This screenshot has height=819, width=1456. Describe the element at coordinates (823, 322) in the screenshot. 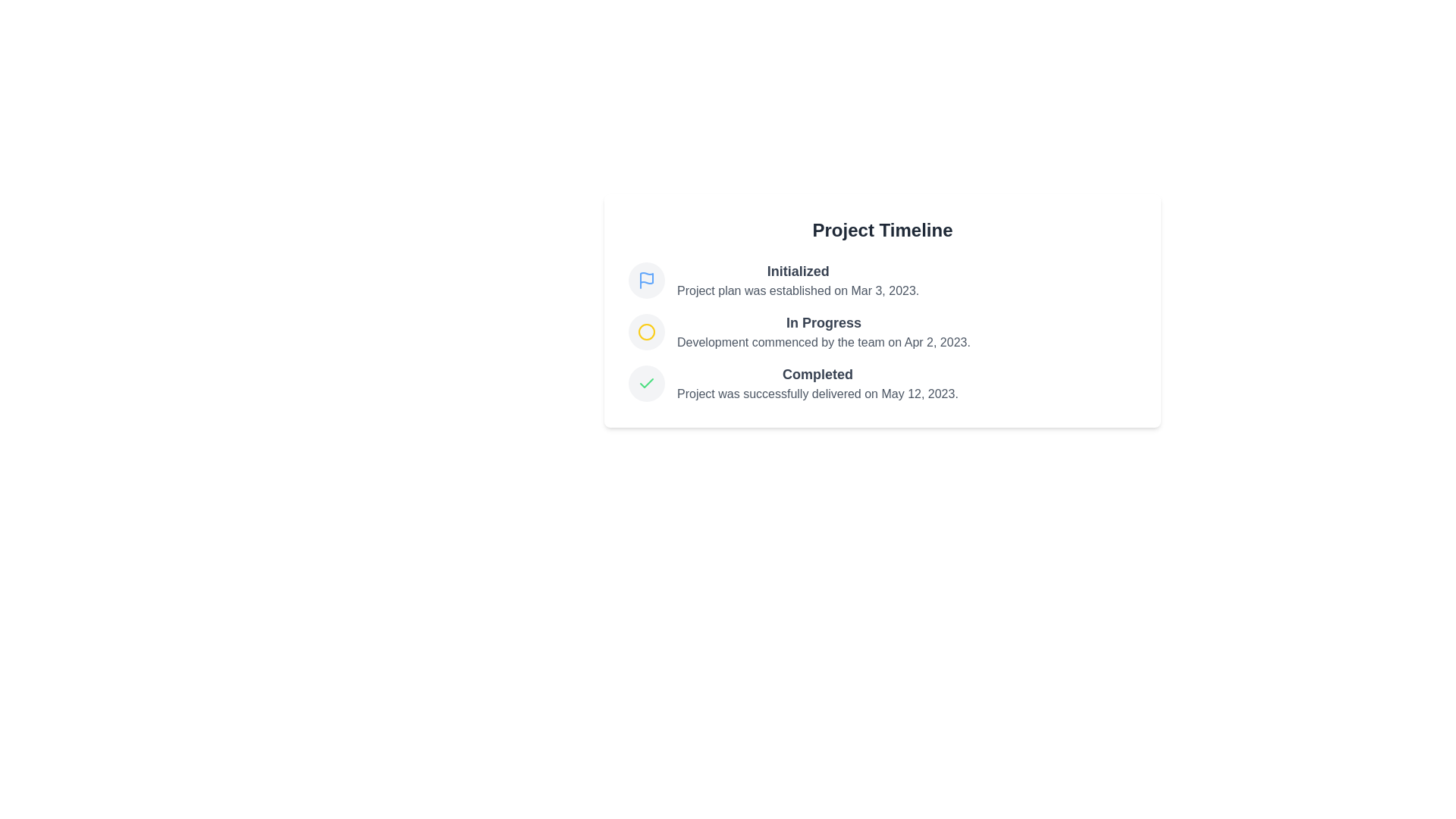

I see `the text label indicating the current status of the project as 'In Progress', which is centrally aligned in the second section of the project timeline` at that location.